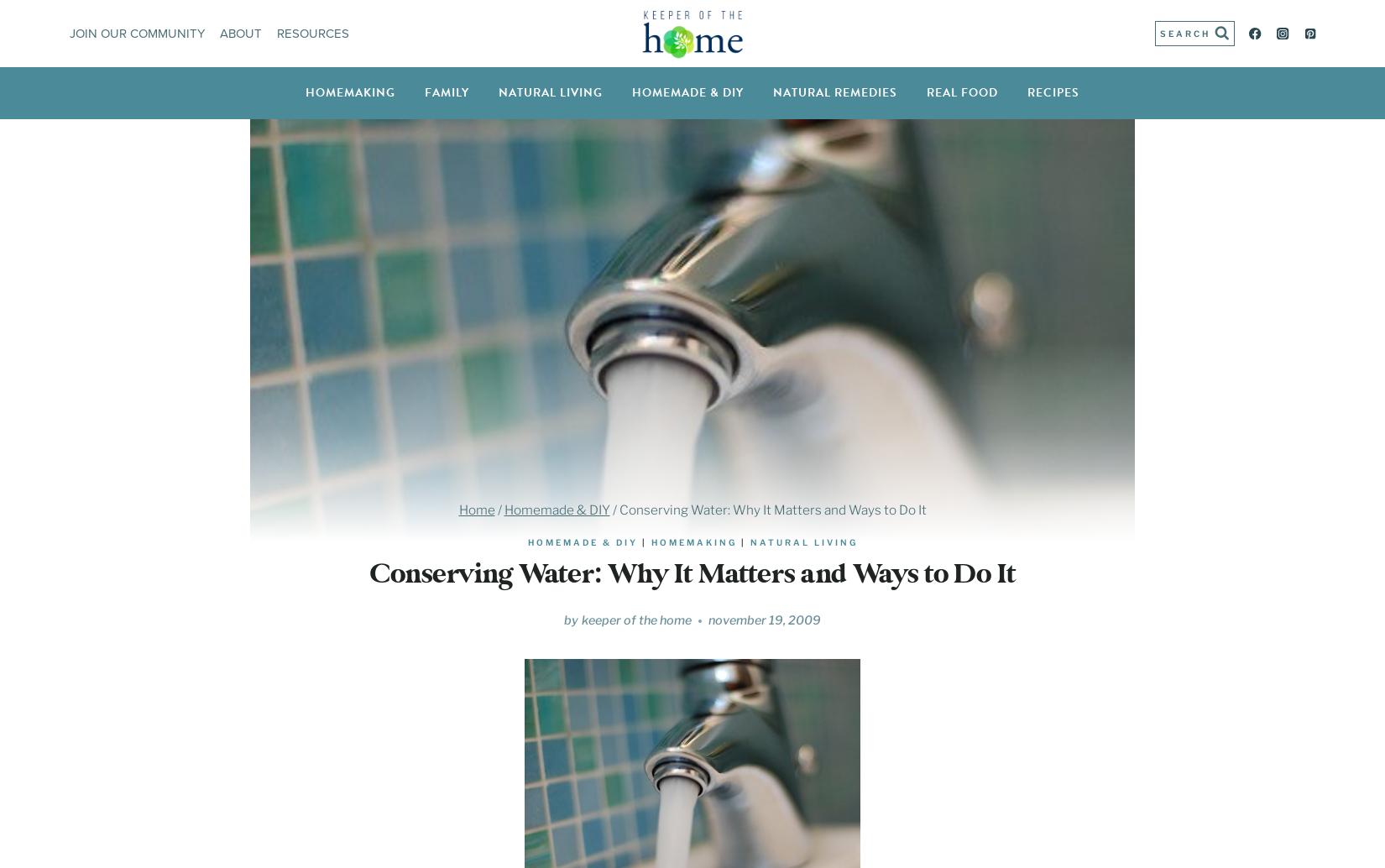 This screenshot has width=1385, height=868. I want to click on 'November 19, 2009', so click(763, 619).